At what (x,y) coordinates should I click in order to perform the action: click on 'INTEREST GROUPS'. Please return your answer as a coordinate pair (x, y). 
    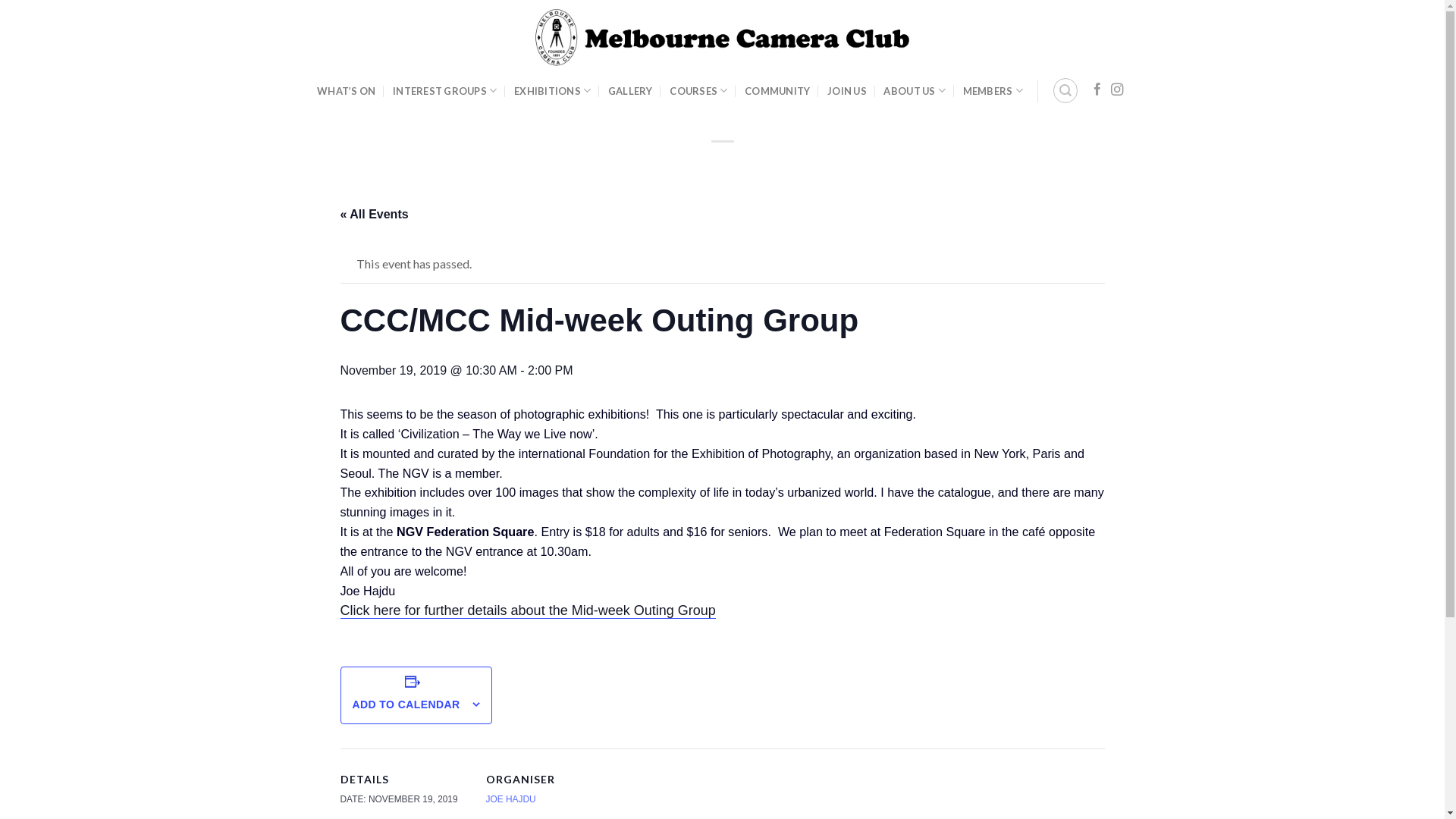
    Looking at the image, I should click on (444, 90).